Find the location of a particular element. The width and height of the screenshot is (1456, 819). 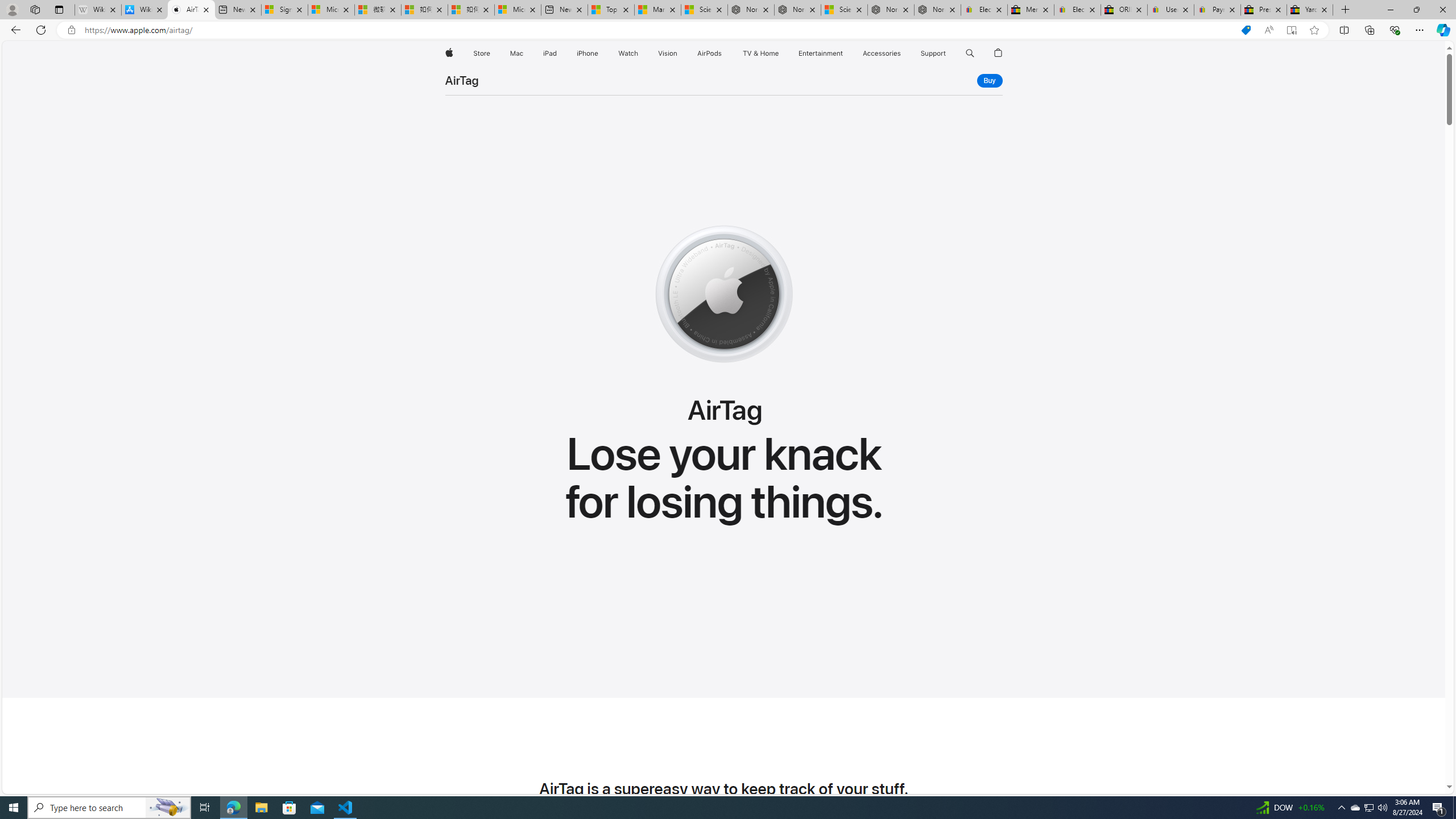

'Search apple.com' is located at coordinates (970, 53).